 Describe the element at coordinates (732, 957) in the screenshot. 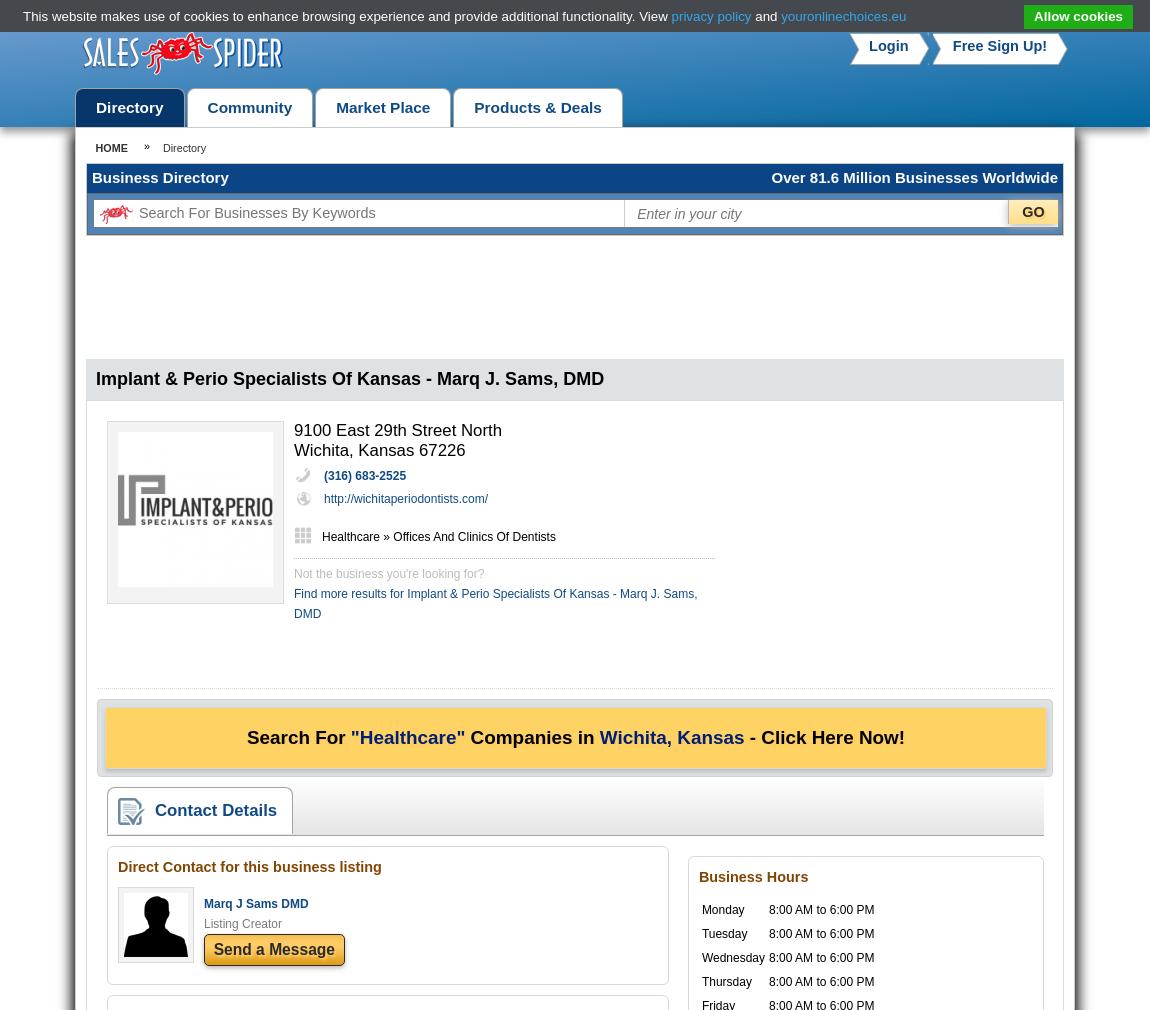

I see `'Wednesday'` at that location.